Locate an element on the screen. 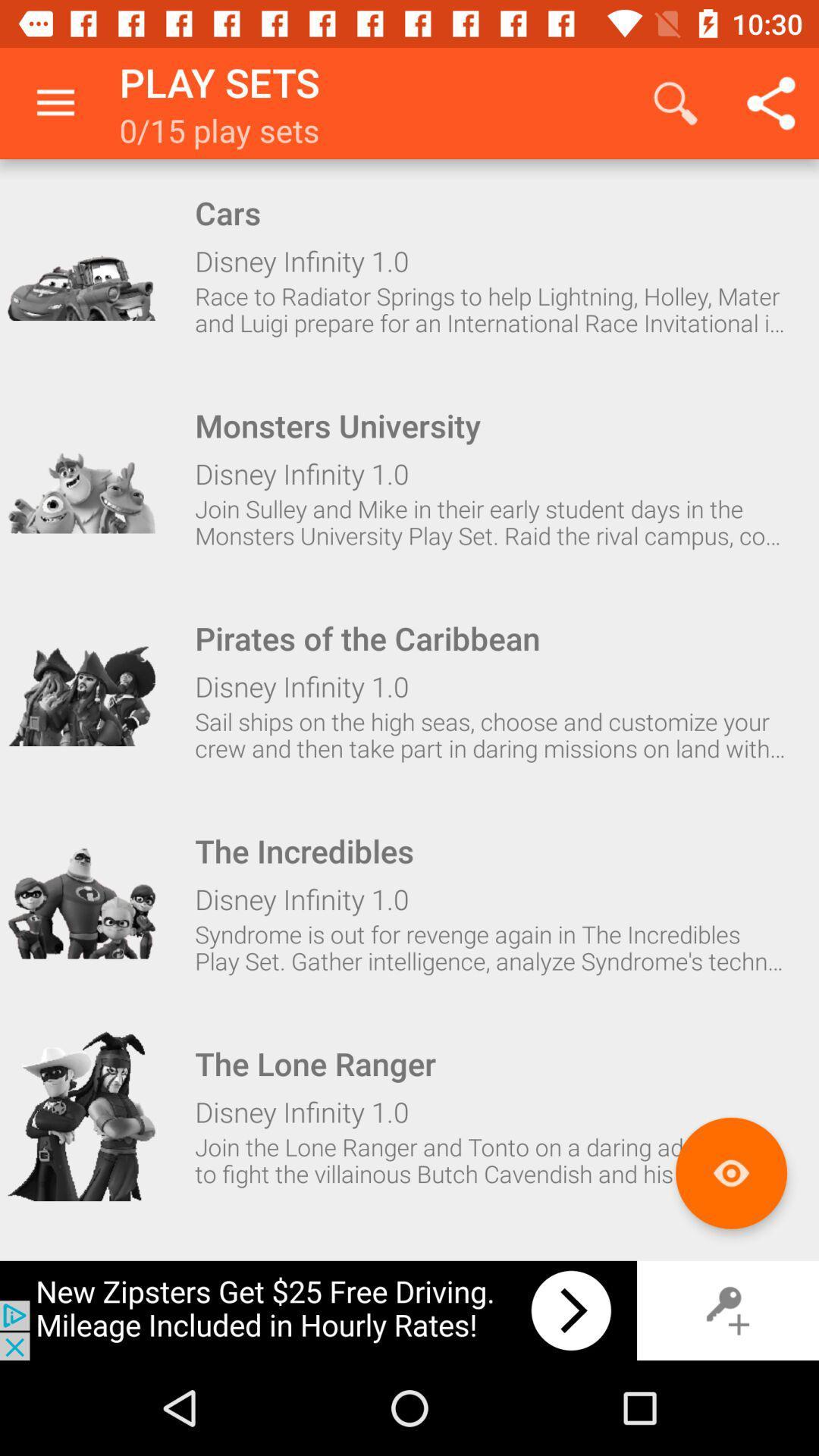 This screenshot has height=1456, width=819. selected is located at coordinates (730, 1172).